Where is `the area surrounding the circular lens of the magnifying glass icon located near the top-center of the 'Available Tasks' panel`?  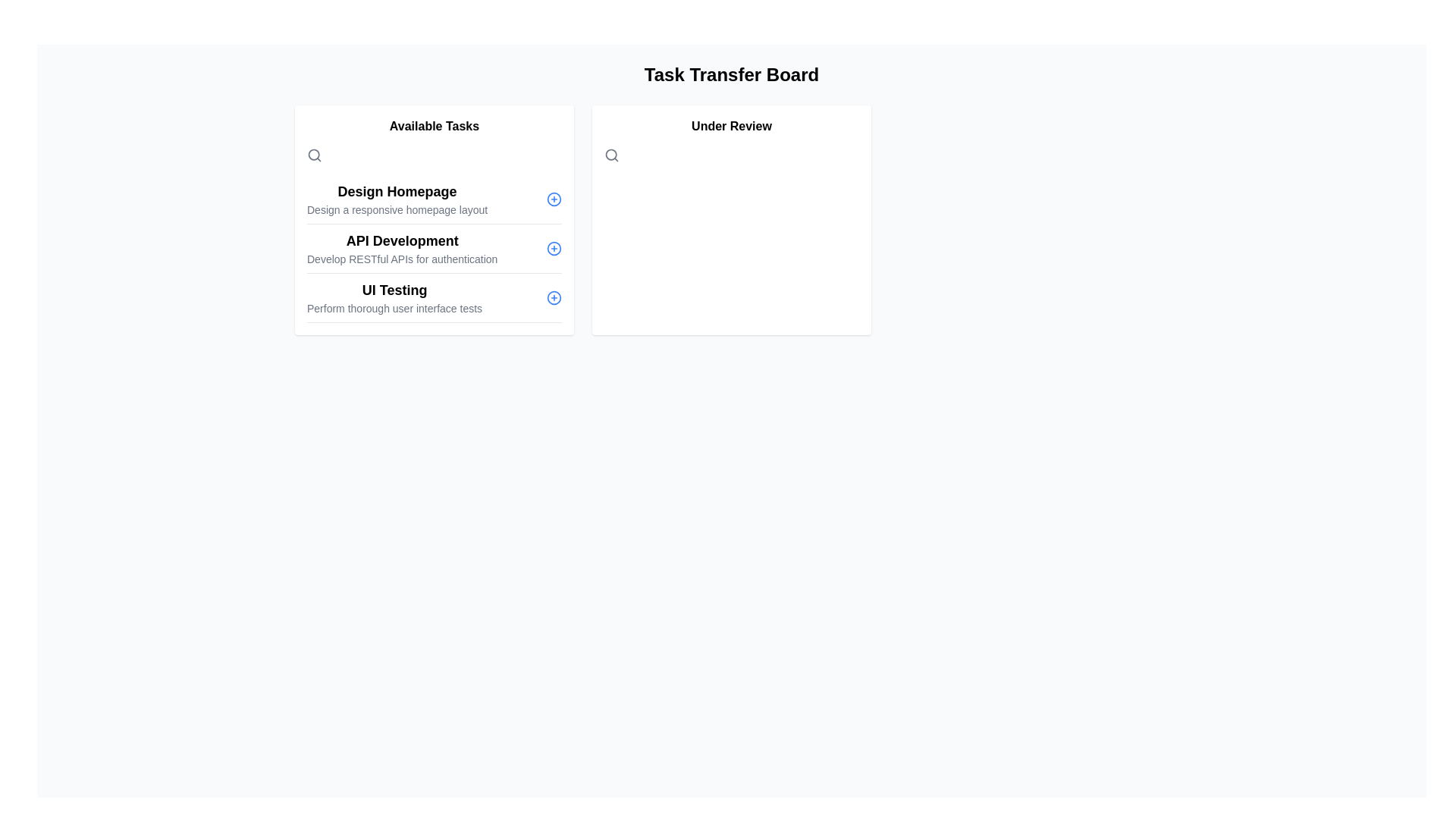
the area surrounding the circular lens of the magnifying glass icon located near the top-center of the 'Available Tasks' panel is located at coordinates (611, 155).